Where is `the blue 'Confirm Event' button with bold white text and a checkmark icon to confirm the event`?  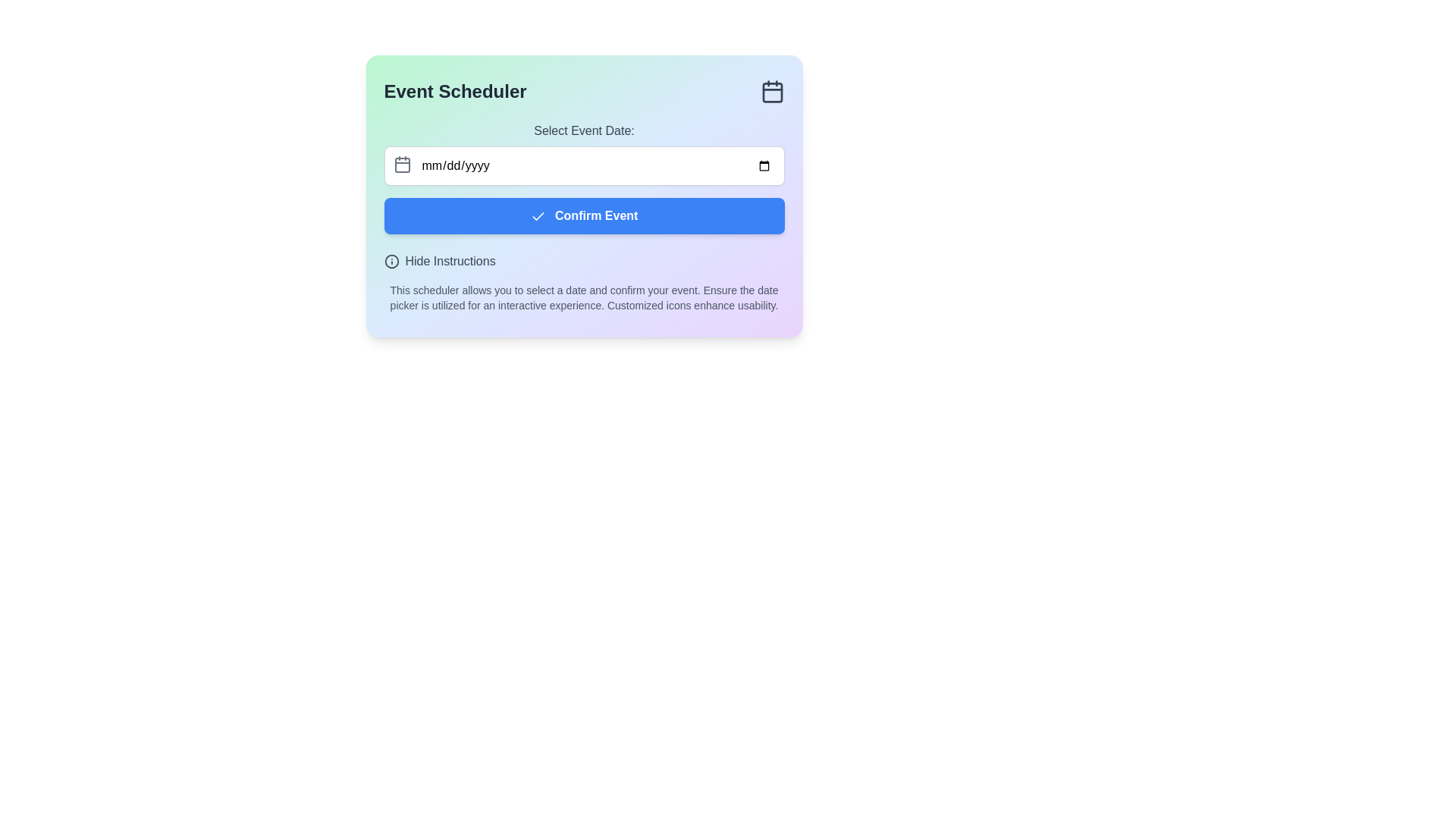 the blue 'Confirm Event' button with bold white text and a checkmark icon to confirm the event is located at coordinates (583, 216).